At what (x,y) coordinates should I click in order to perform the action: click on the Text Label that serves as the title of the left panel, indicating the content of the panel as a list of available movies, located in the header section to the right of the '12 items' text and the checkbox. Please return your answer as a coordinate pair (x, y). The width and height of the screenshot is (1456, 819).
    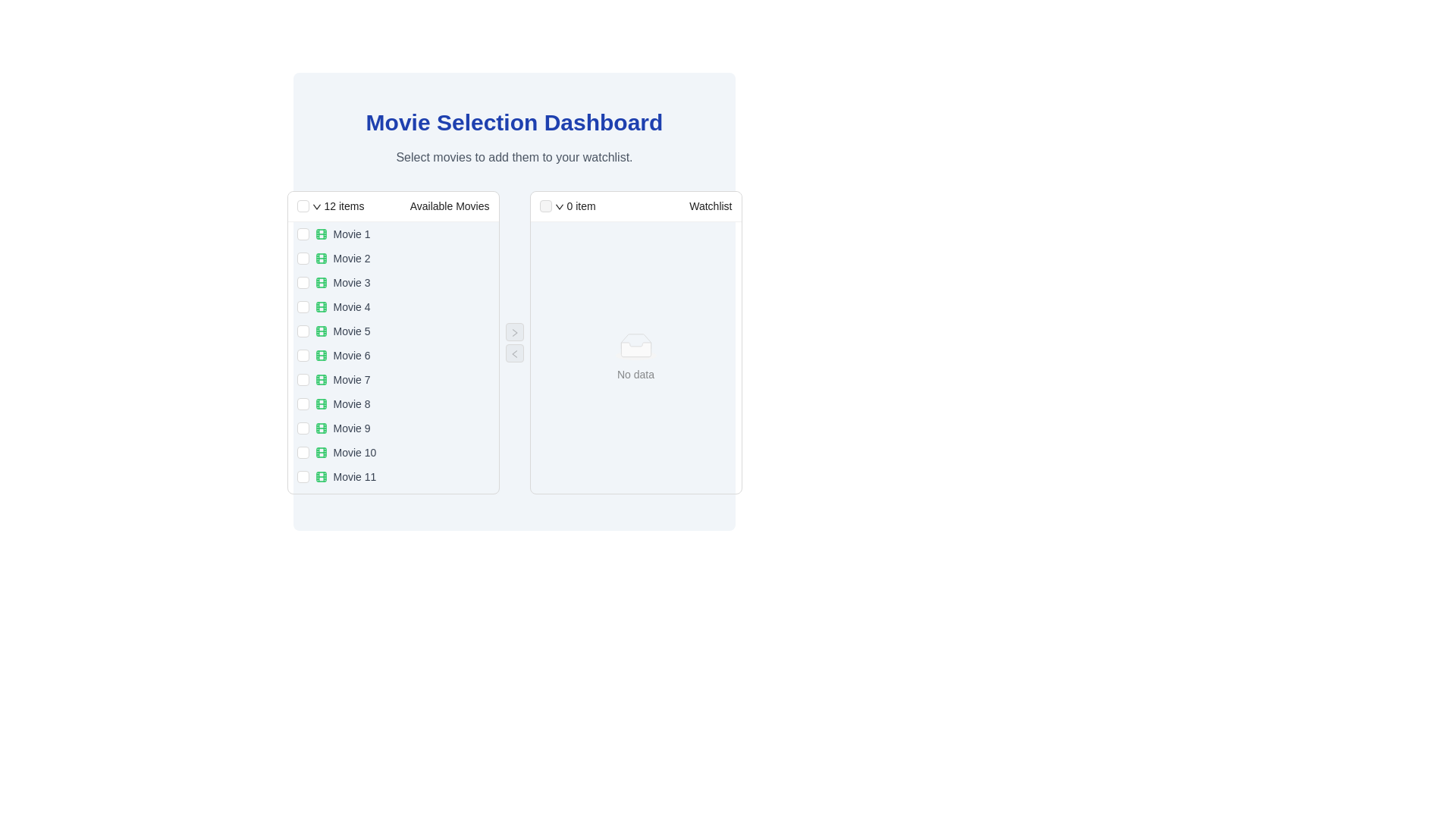
    Looking at the image, I should click on (428, 206).